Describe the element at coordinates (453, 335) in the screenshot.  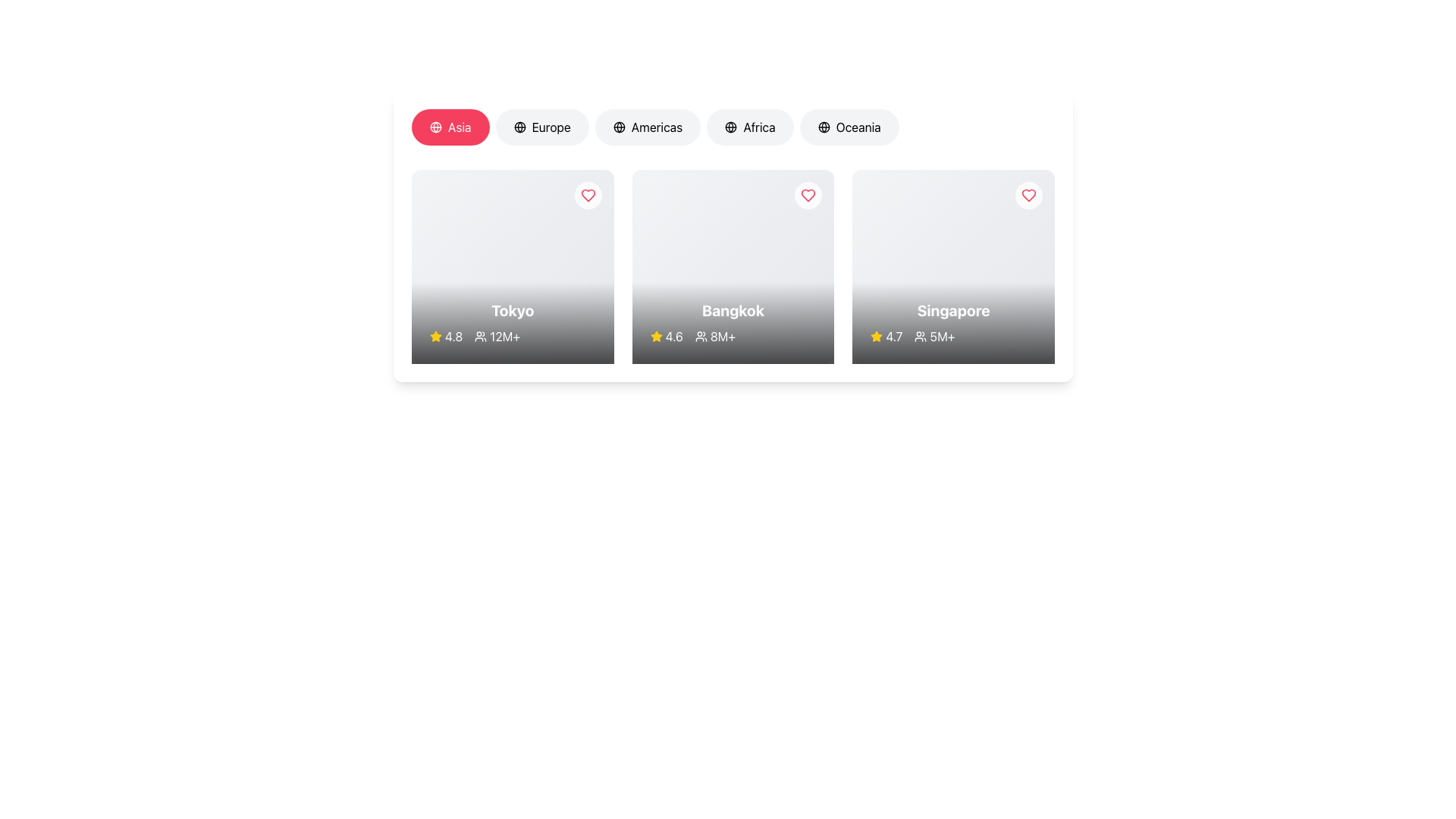
I see `the numeric rating text label '4.8' styled in white on a dark background located next to the yellow star icon in the card labeled 'Tokyo'` at that location.